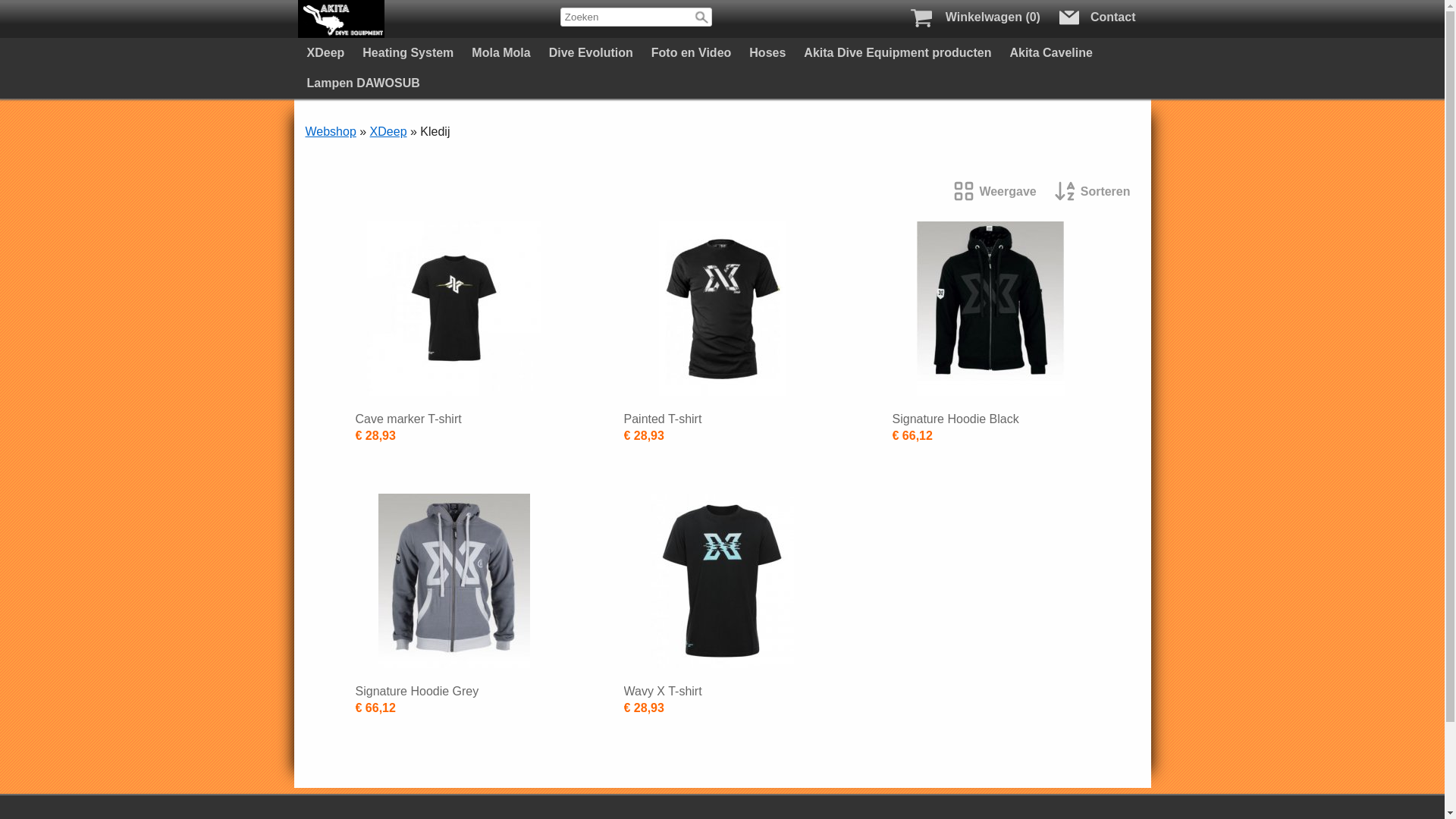 The image size is (1456, 819). Describe the element at coordinates (329, 130) in the screenshot. I see `'Webshop'` at that location.